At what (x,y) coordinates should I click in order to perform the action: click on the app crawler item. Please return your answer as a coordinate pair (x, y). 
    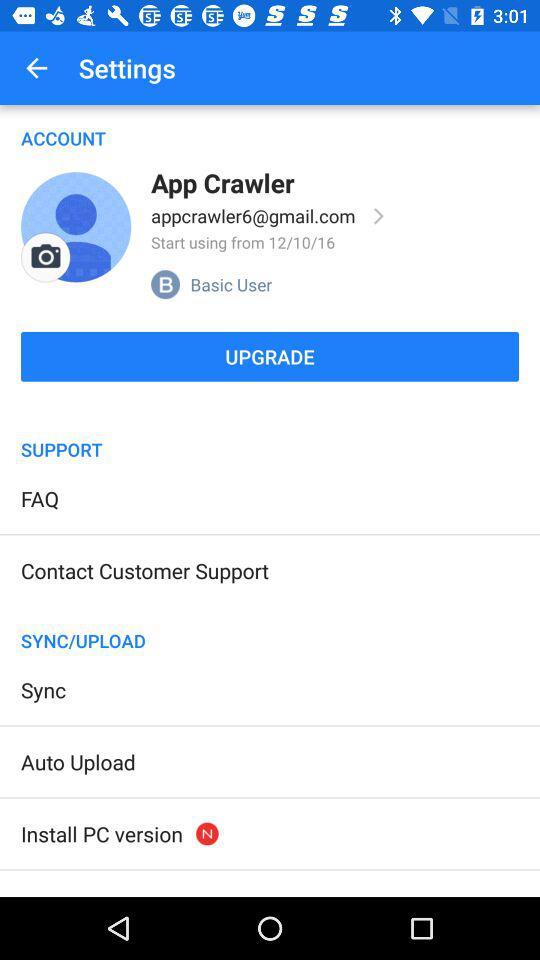
    Looking at the image, I should click on (221, 182).